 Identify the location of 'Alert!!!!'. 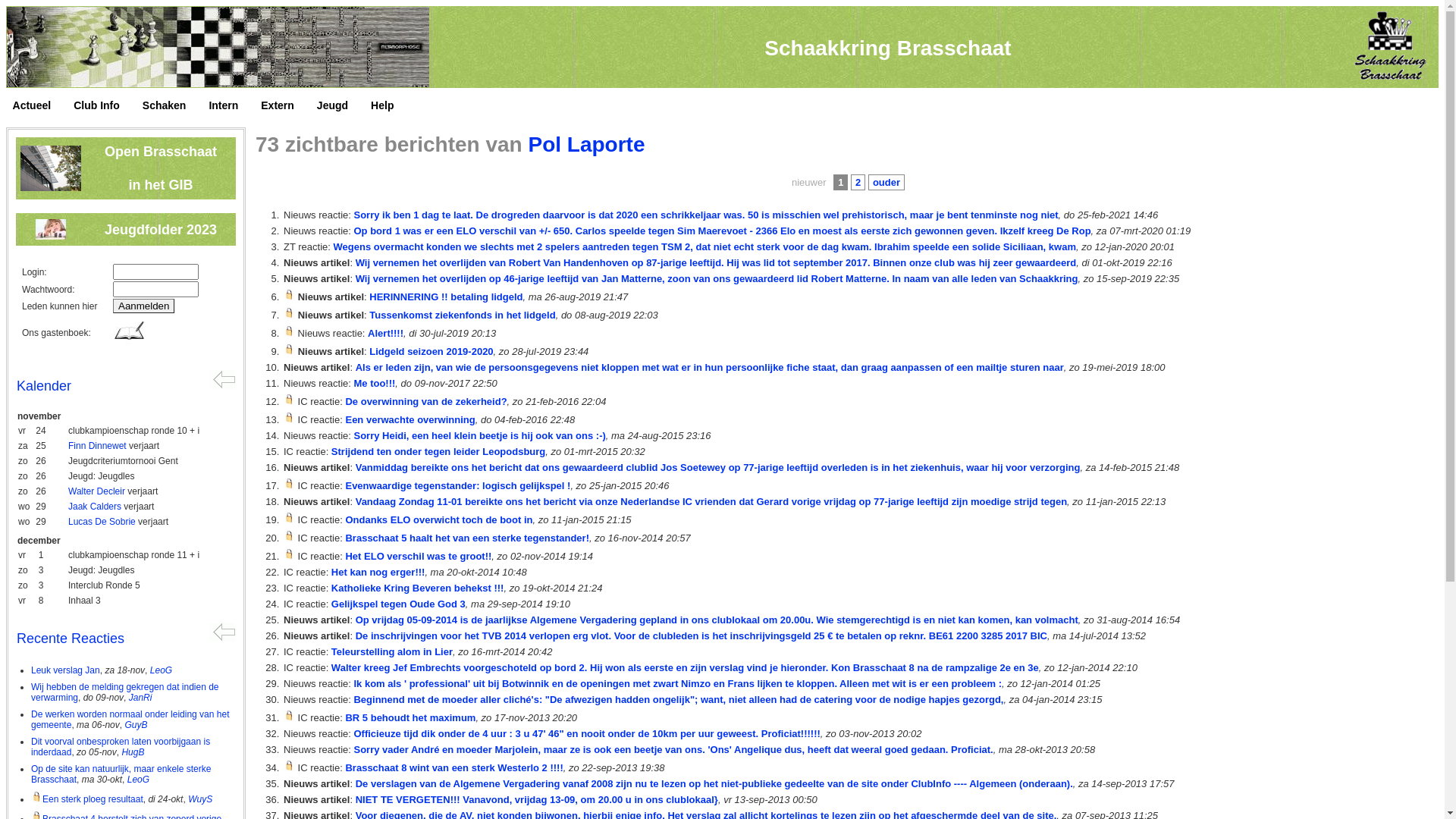
(385, 332).